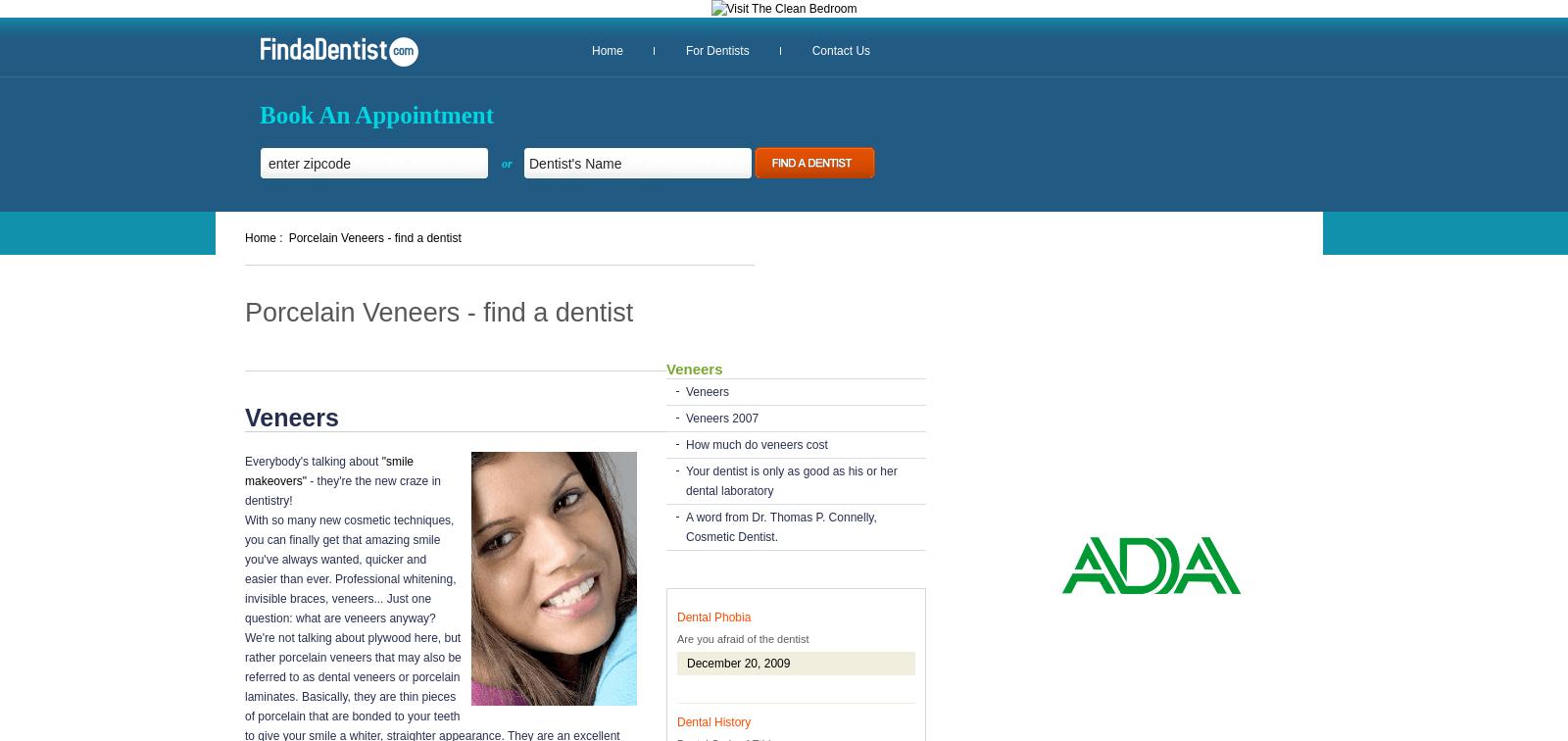 The width and height of the screenshot is (1568, 741). I want to click on 'For Dentists', so click(717, 51).